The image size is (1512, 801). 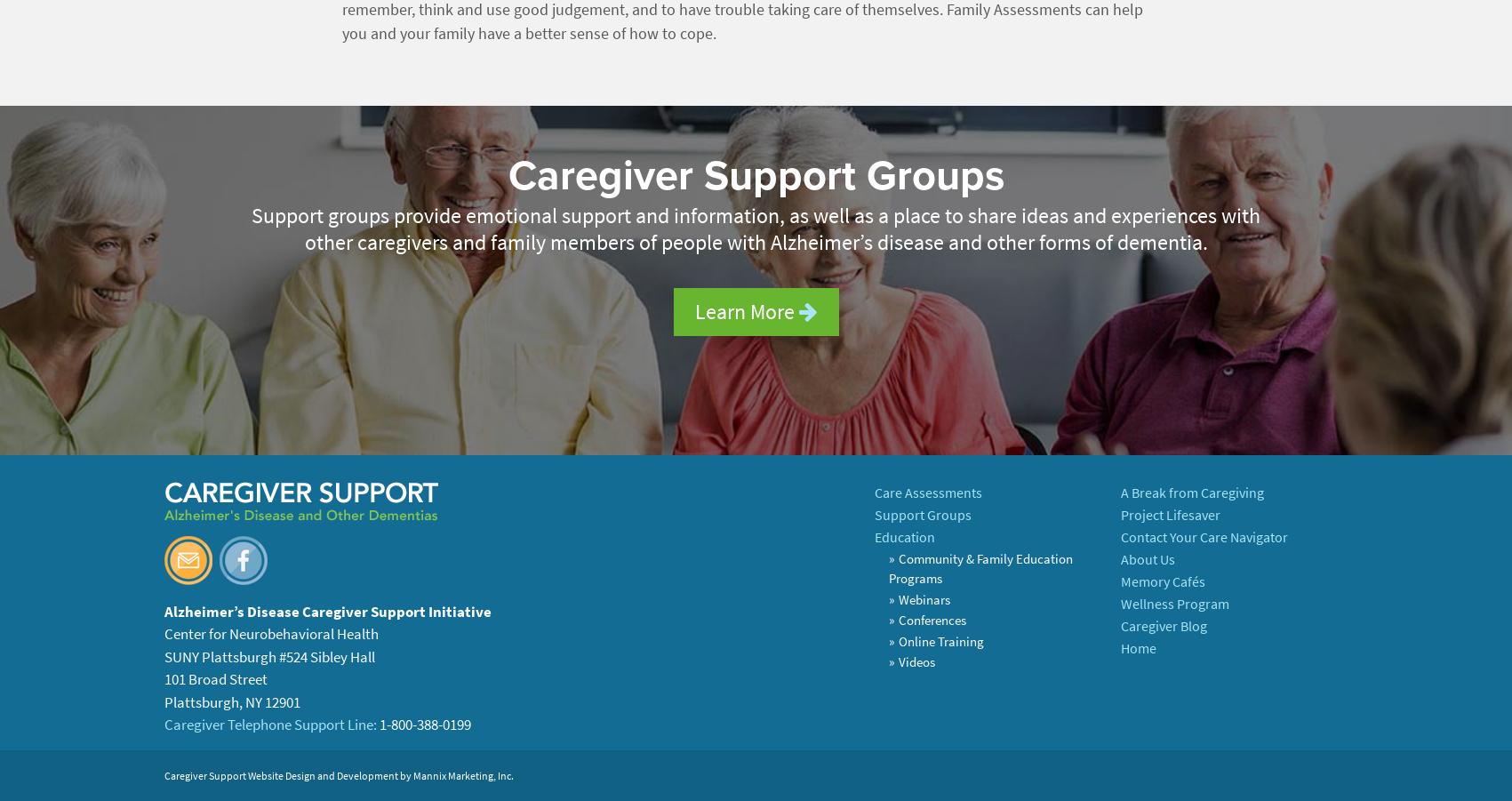 What do you see at coordinates (922, 513) in the screenshot?
I see `'Support Groups'` at bounding box center [922, 513].